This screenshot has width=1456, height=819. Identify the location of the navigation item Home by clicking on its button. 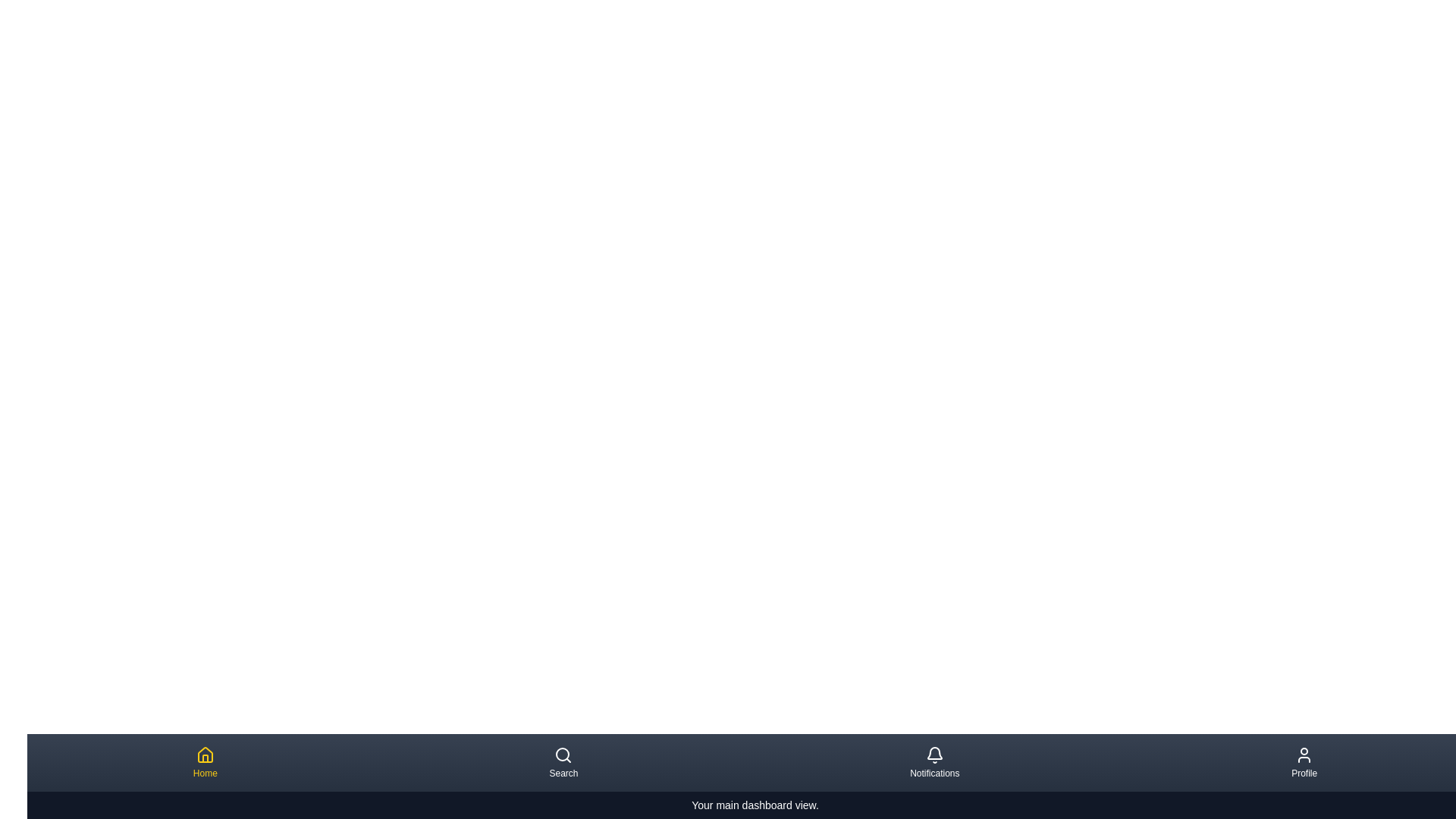
(203, 763).